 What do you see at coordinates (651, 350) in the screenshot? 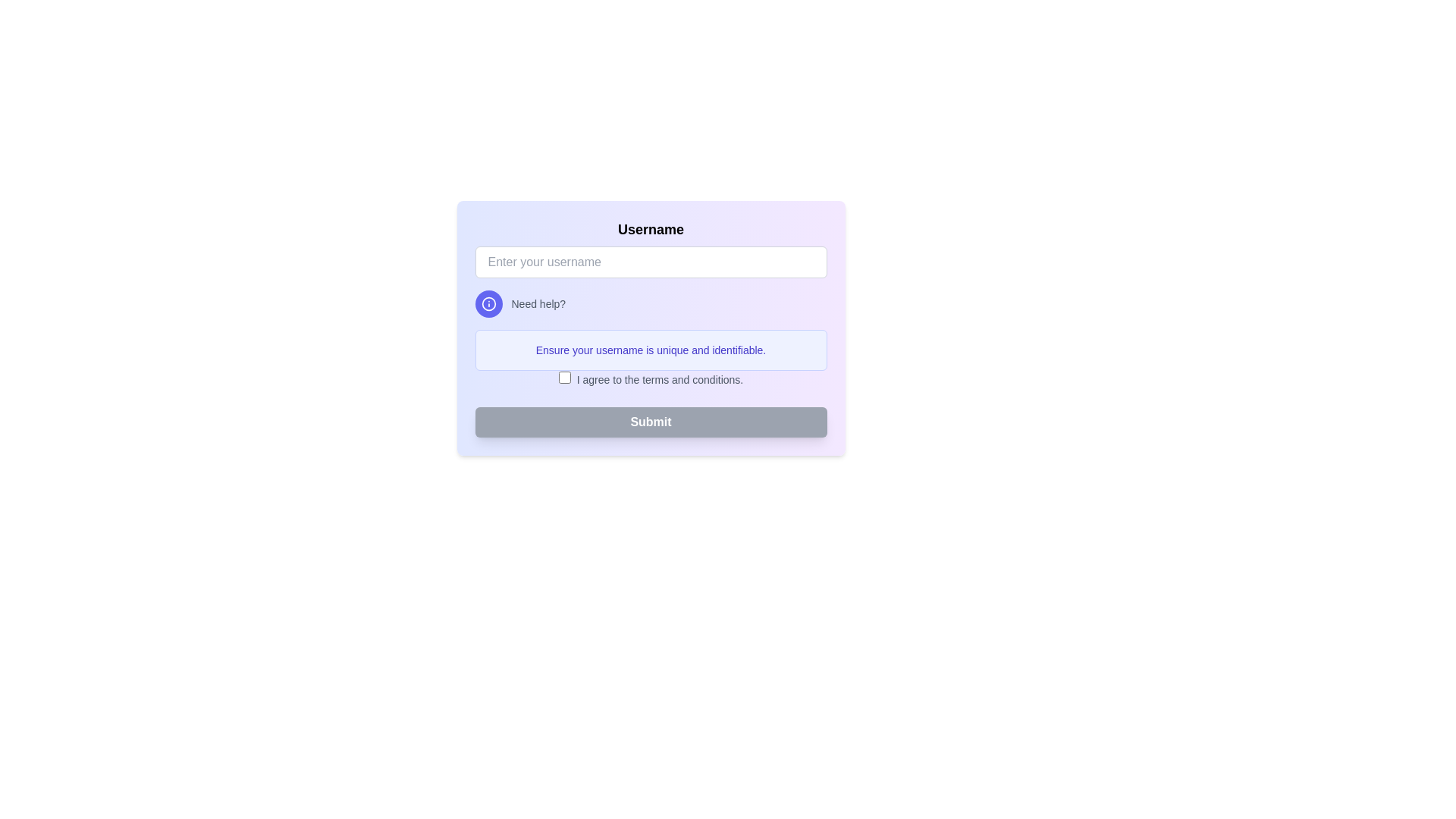
I see `the informational text label providing guidance about username creation located within the rectangular notification box beneath the username input field` at bounding box center [651, 350].